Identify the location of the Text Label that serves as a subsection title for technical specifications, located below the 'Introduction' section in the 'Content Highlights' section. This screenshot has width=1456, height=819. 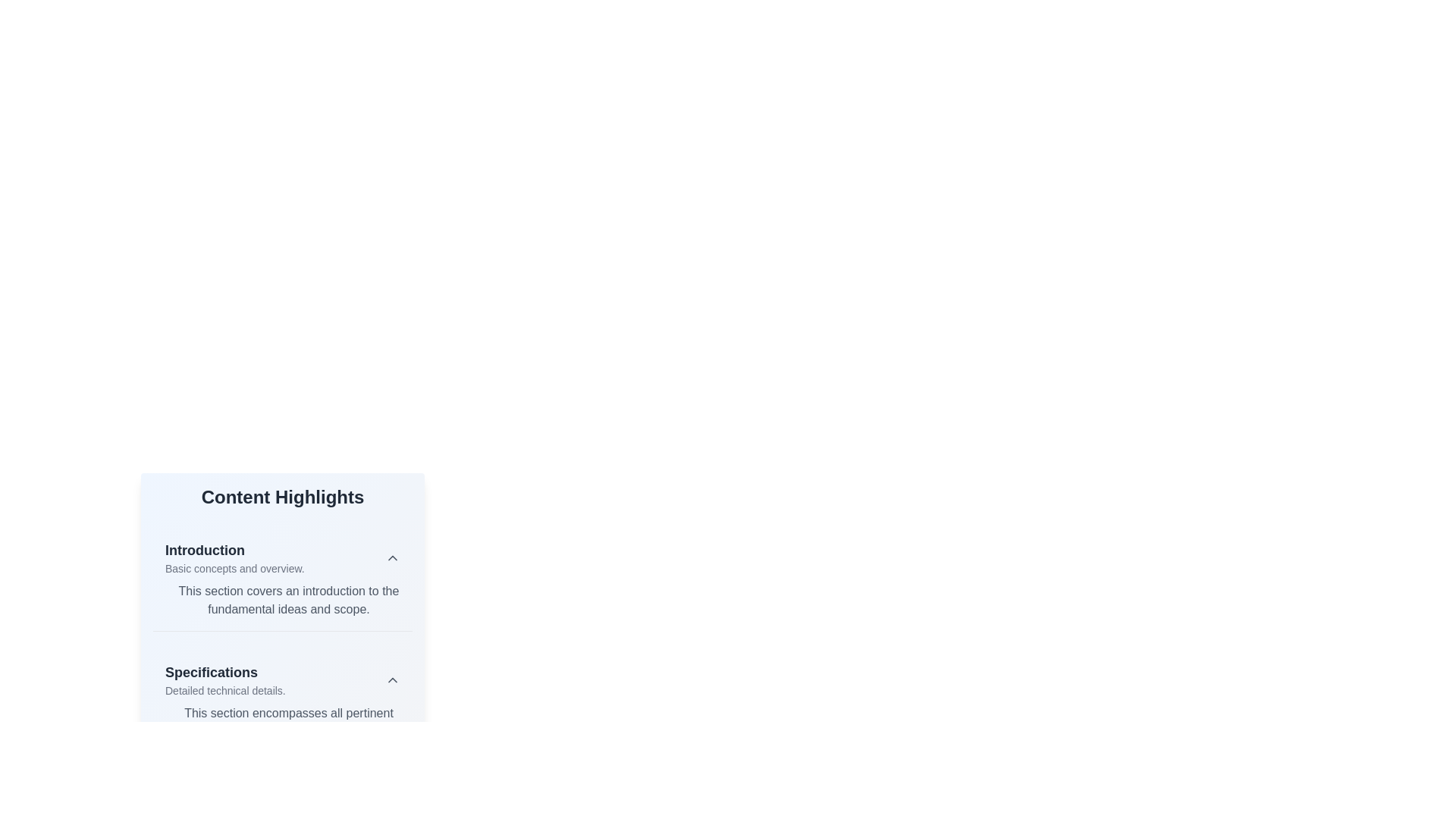
(224, 672).